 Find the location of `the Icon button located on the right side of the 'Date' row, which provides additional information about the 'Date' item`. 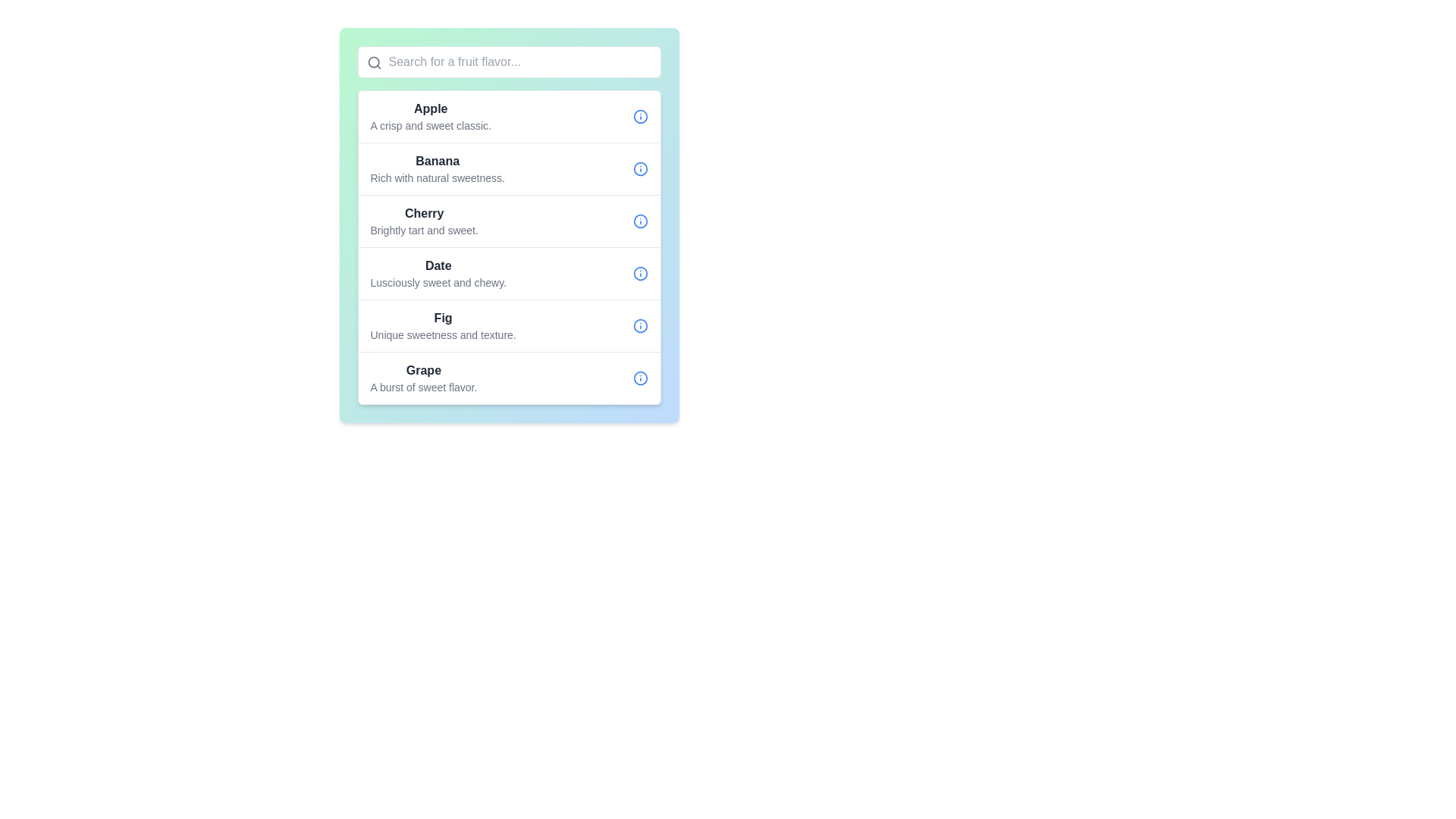

the Icon button located on the right side of the 'Date' row, which provides additional information about the 'Date' item is located at coordinates (640, 274).